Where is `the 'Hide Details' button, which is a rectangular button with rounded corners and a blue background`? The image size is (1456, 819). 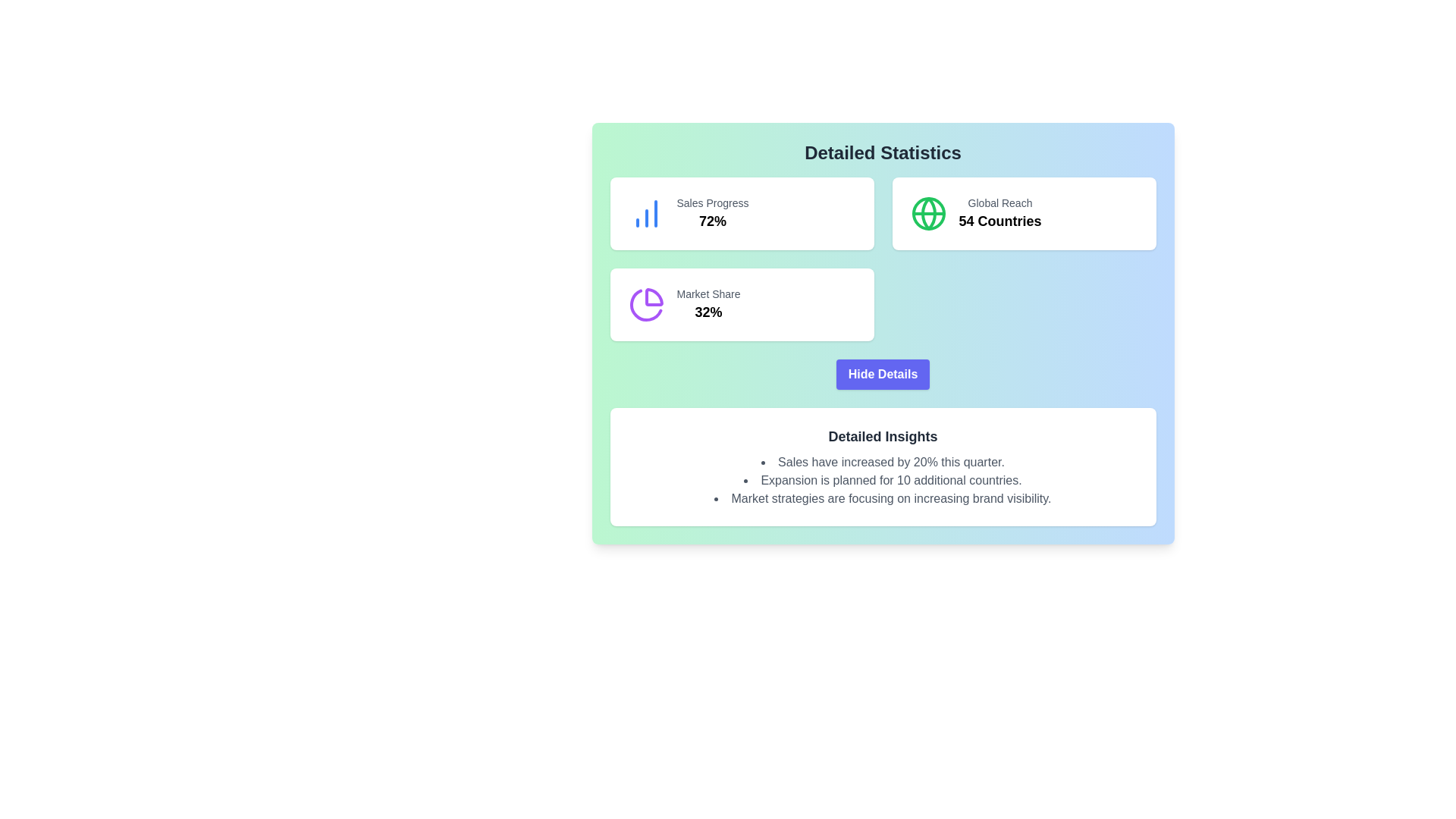
the 'Hide Details' button, which is a rectangular button with rounded corners and a blue background is located at coordinates (883, 374).